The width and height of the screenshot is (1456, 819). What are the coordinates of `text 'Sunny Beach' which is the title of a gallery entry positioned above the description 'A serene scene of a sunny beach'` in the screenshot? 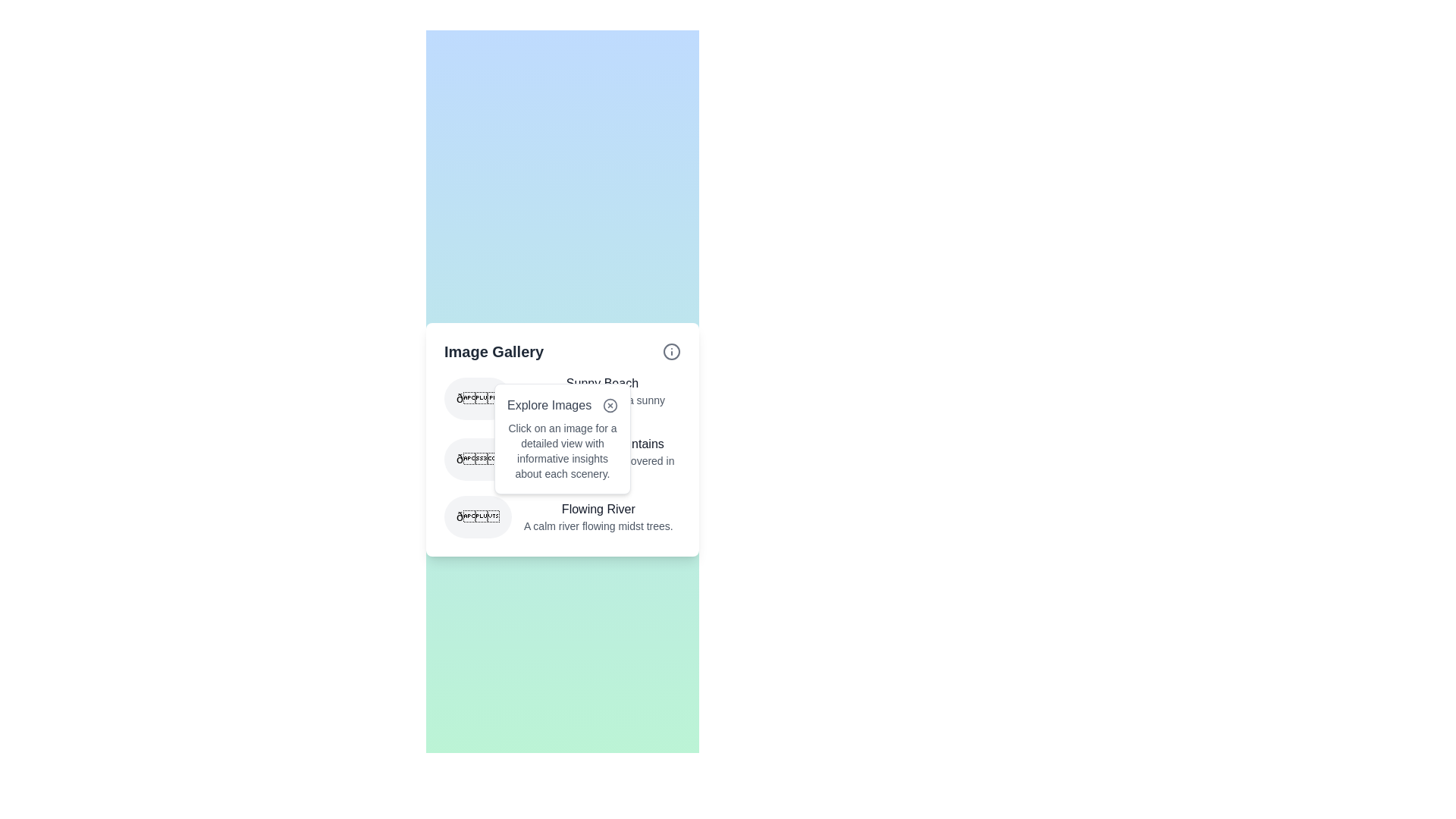 It's located at (601, 382).